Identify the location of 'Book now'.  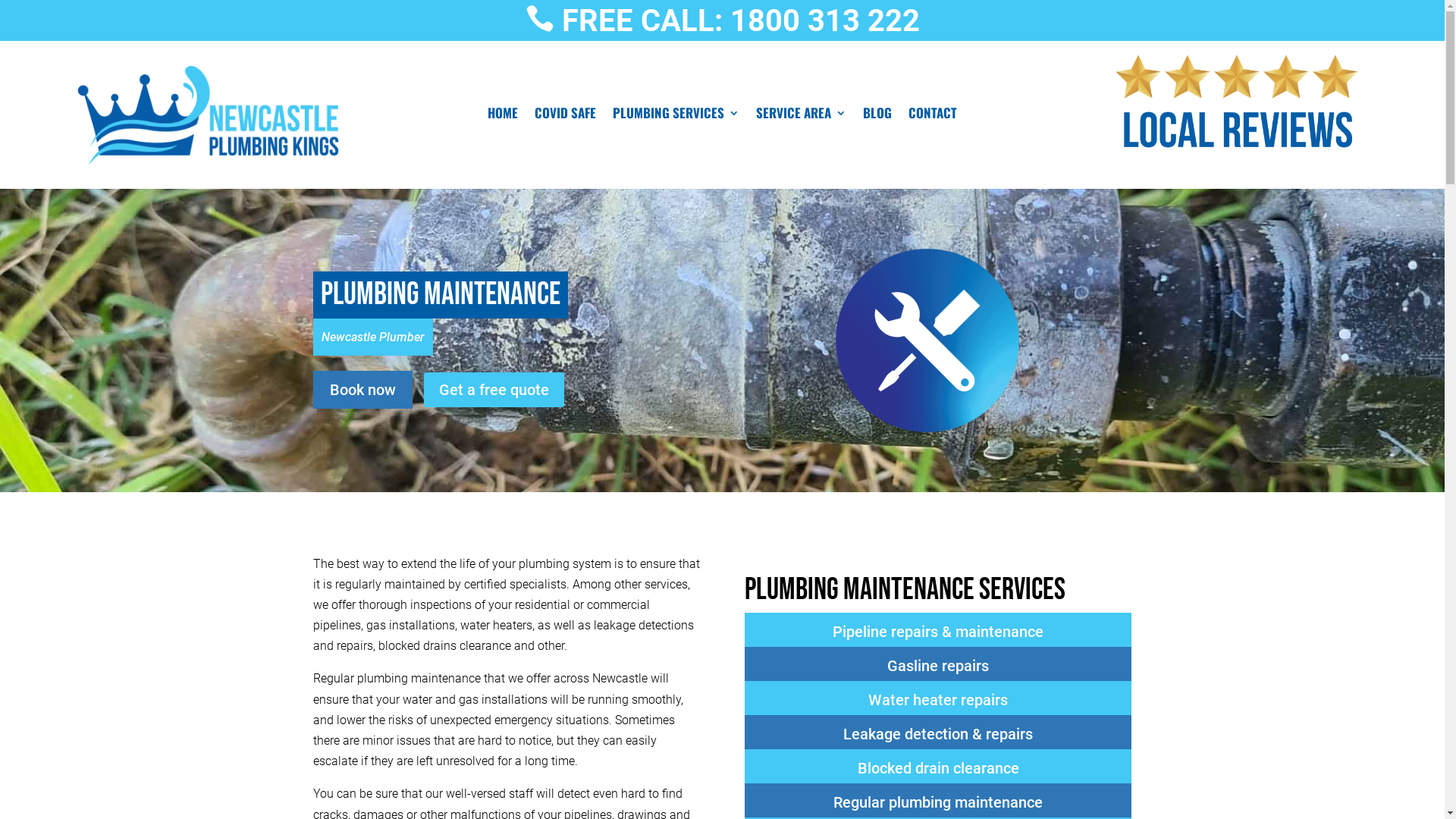
(361, 388).